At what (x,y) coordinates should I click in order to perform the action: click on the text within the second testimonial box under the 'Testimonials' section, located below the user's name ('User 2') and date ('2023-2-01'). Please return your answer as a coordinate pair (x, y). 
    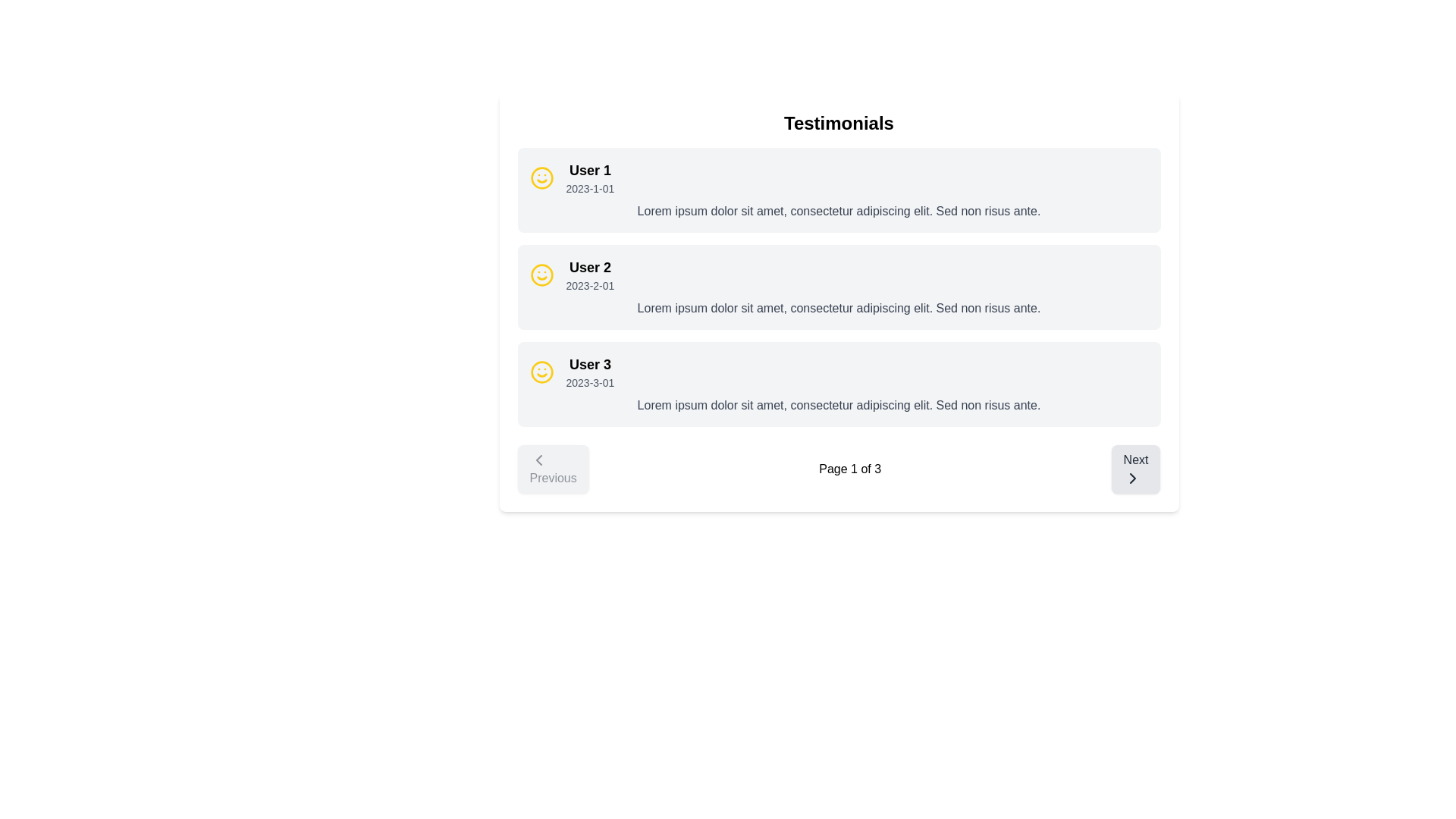
    Looking at the image, I should click on (838, 308).